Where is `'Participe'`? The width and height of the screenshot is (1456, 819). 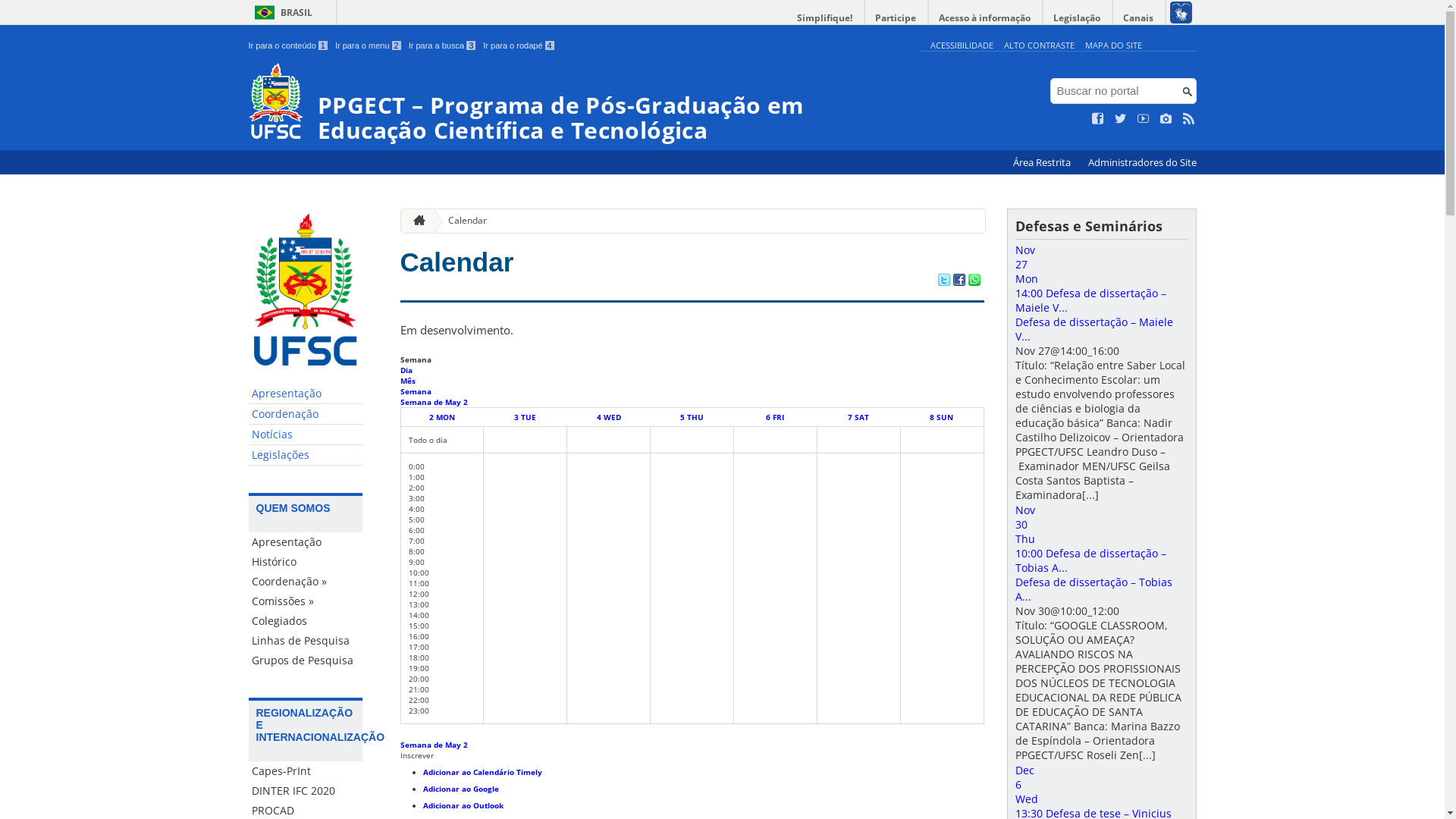
'Participe' is located at coordinates (895, 17).